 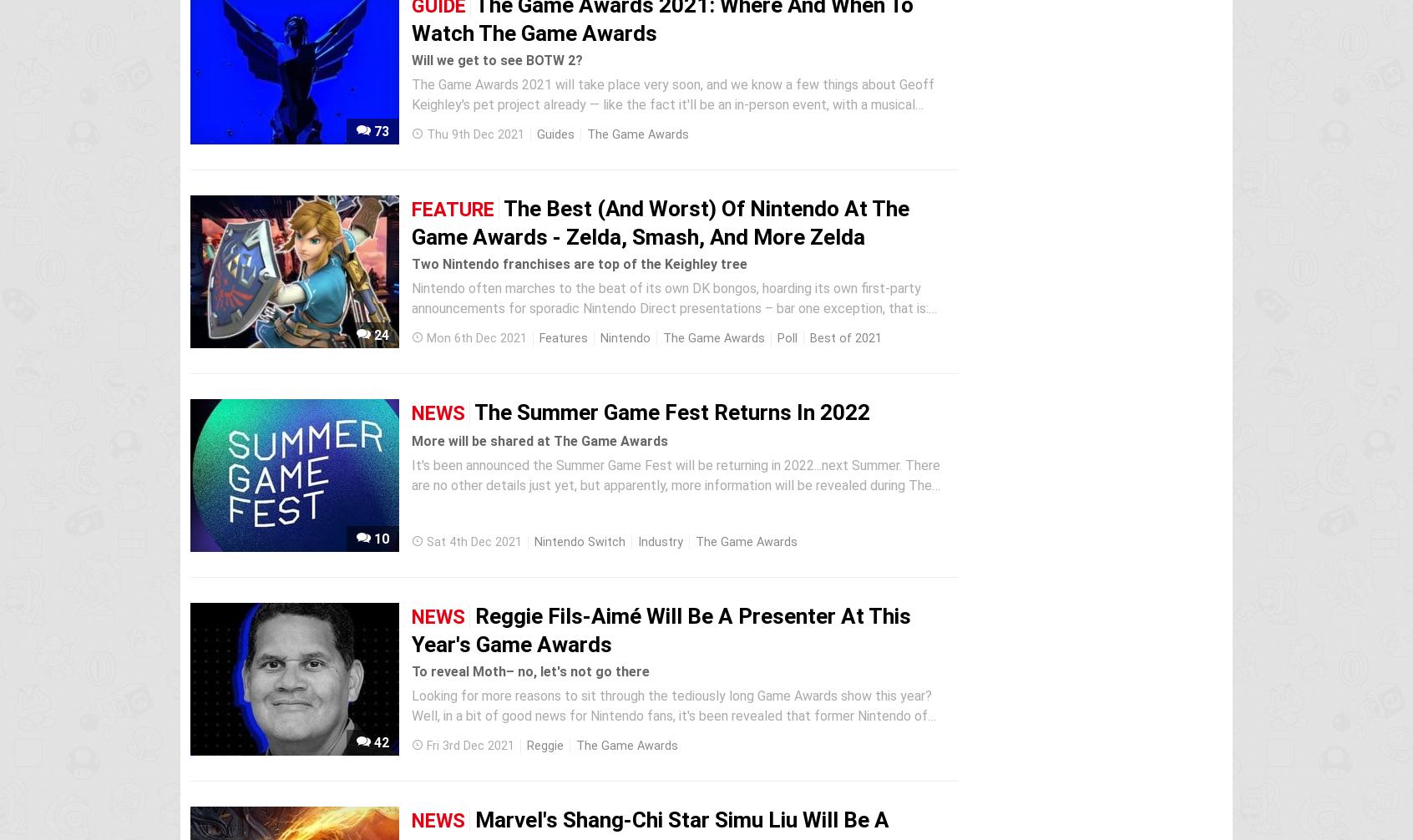 I want to click on 'Poll', so click(x=787, y=337).